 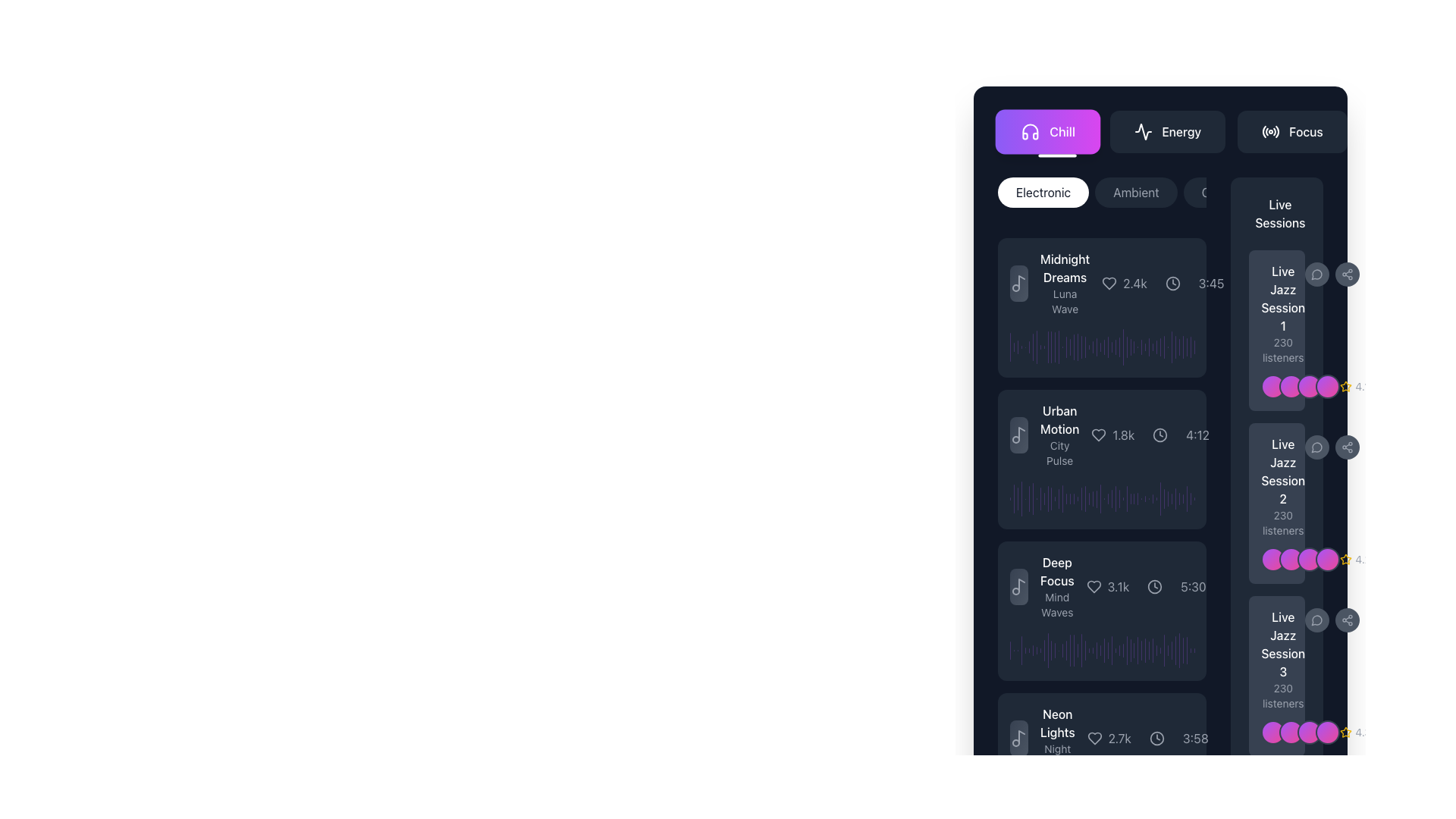 What do you see at coordinates (1167, 649) in the screenshot?
I see `the 39th vertical bar indicator, which is purple with rounded corners and semi-transparent, located to the right of the sound visualization and time display in the audio track list` at bounding box center [1167, 649].